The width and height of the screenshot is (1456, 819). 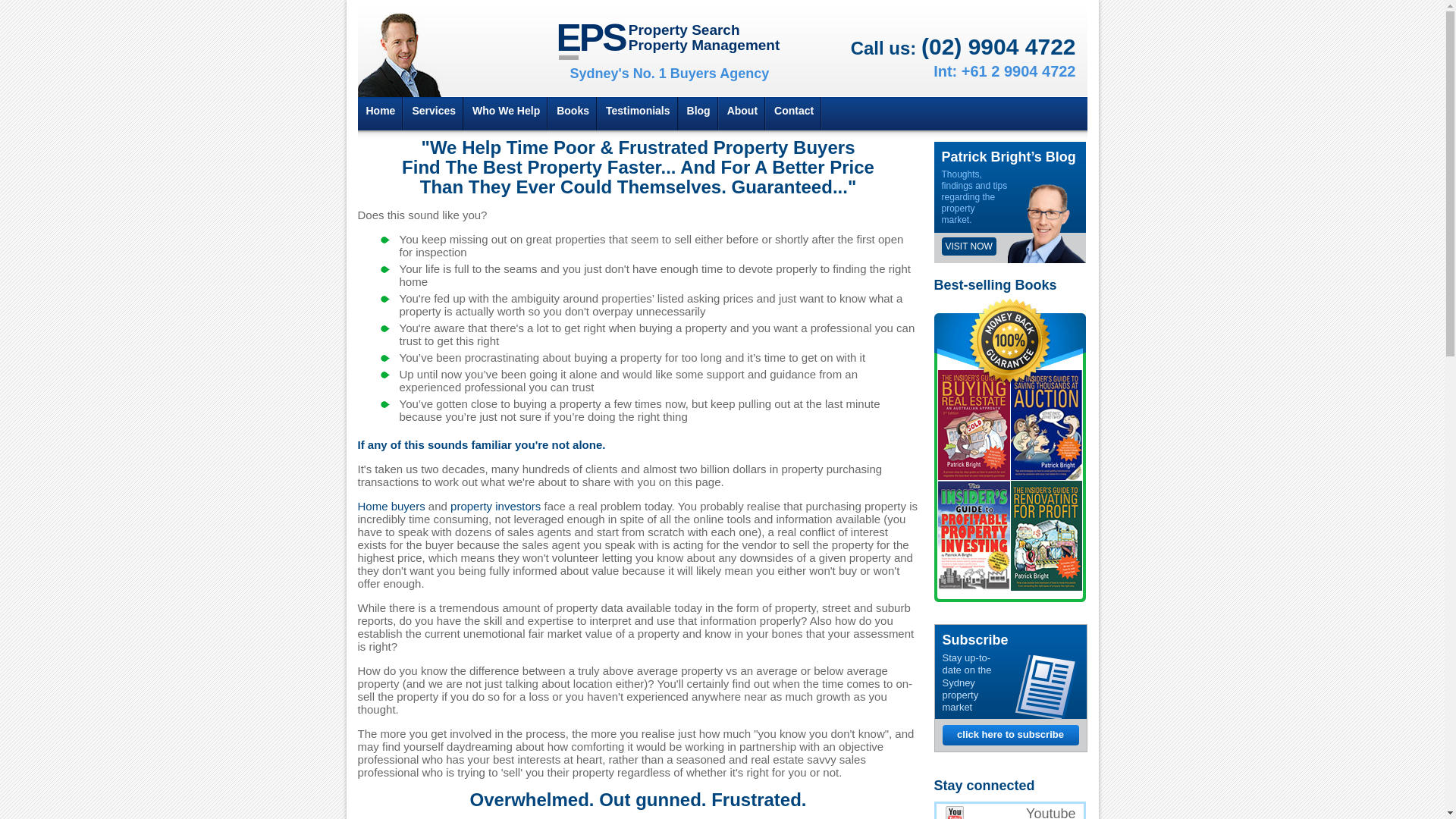 What do you see at coordinates (432, 113) in the screenshot?
I see `'Services'` at bounding box center [432, 113].